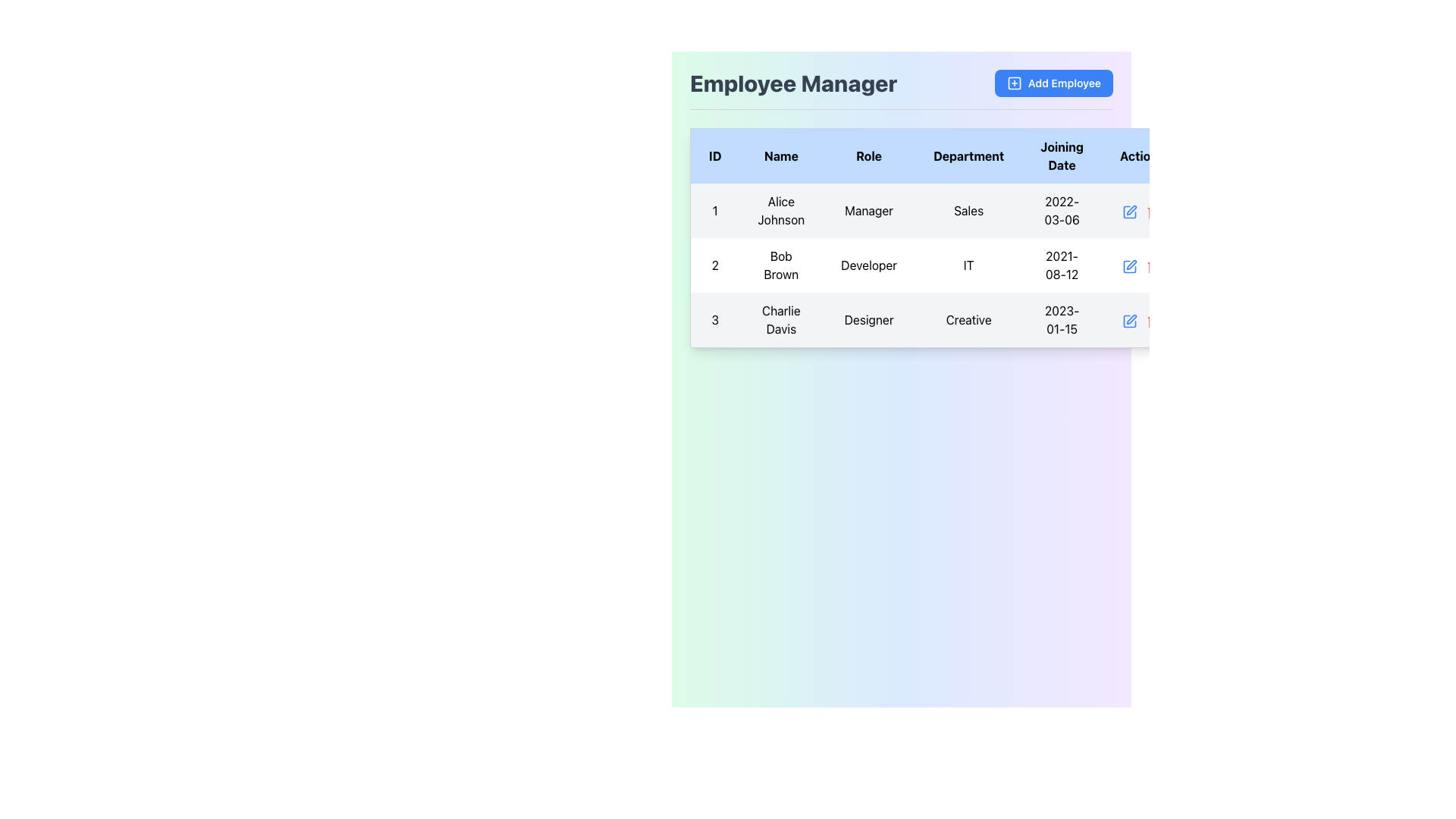  I want to click on the red trash icon button in the Actions column of the last row, so click(1153, 318).